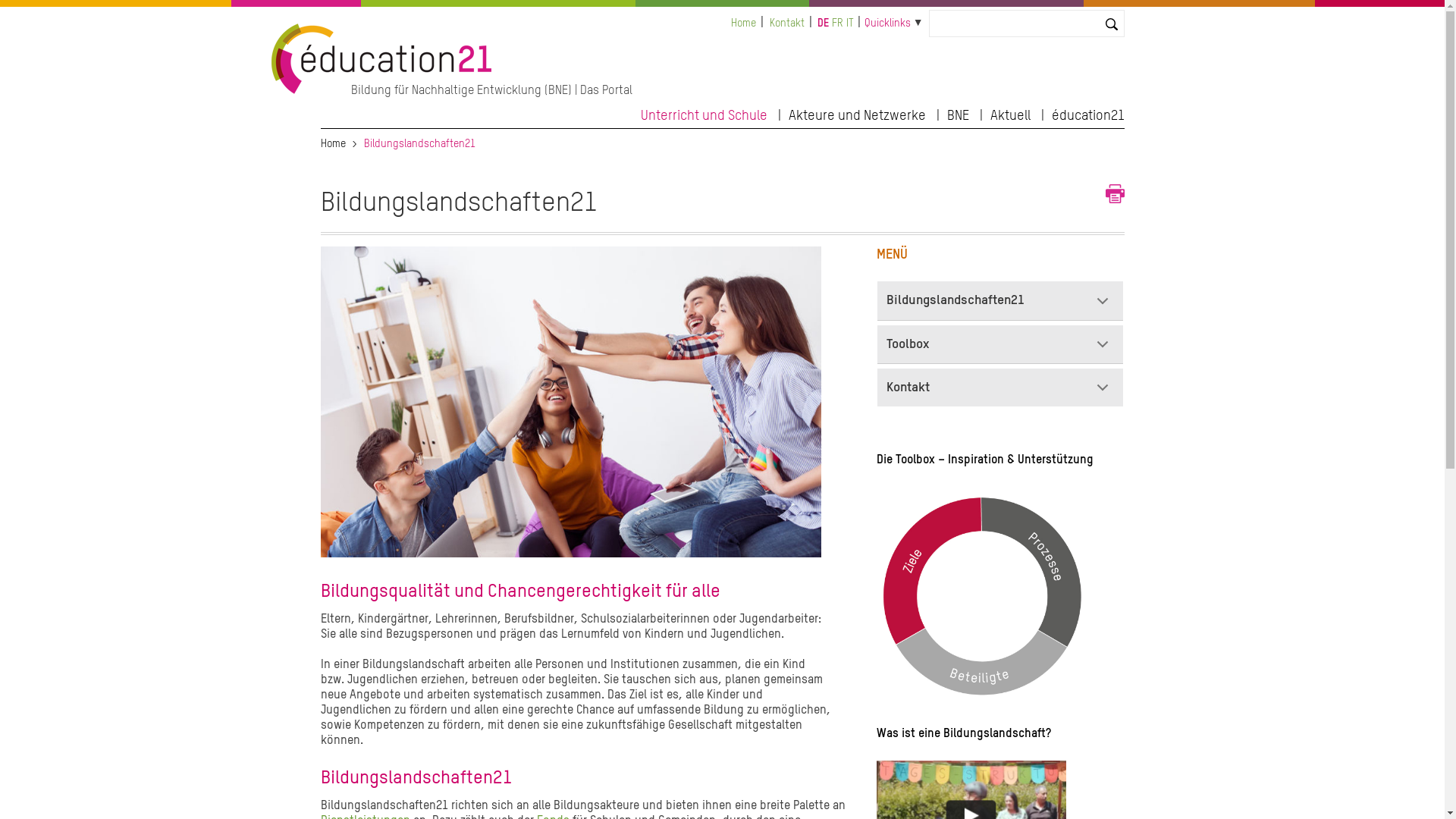 Image resolution: width=1456 pixels, height=819 pixels. I want to click on 'DE', so click(822, 23).